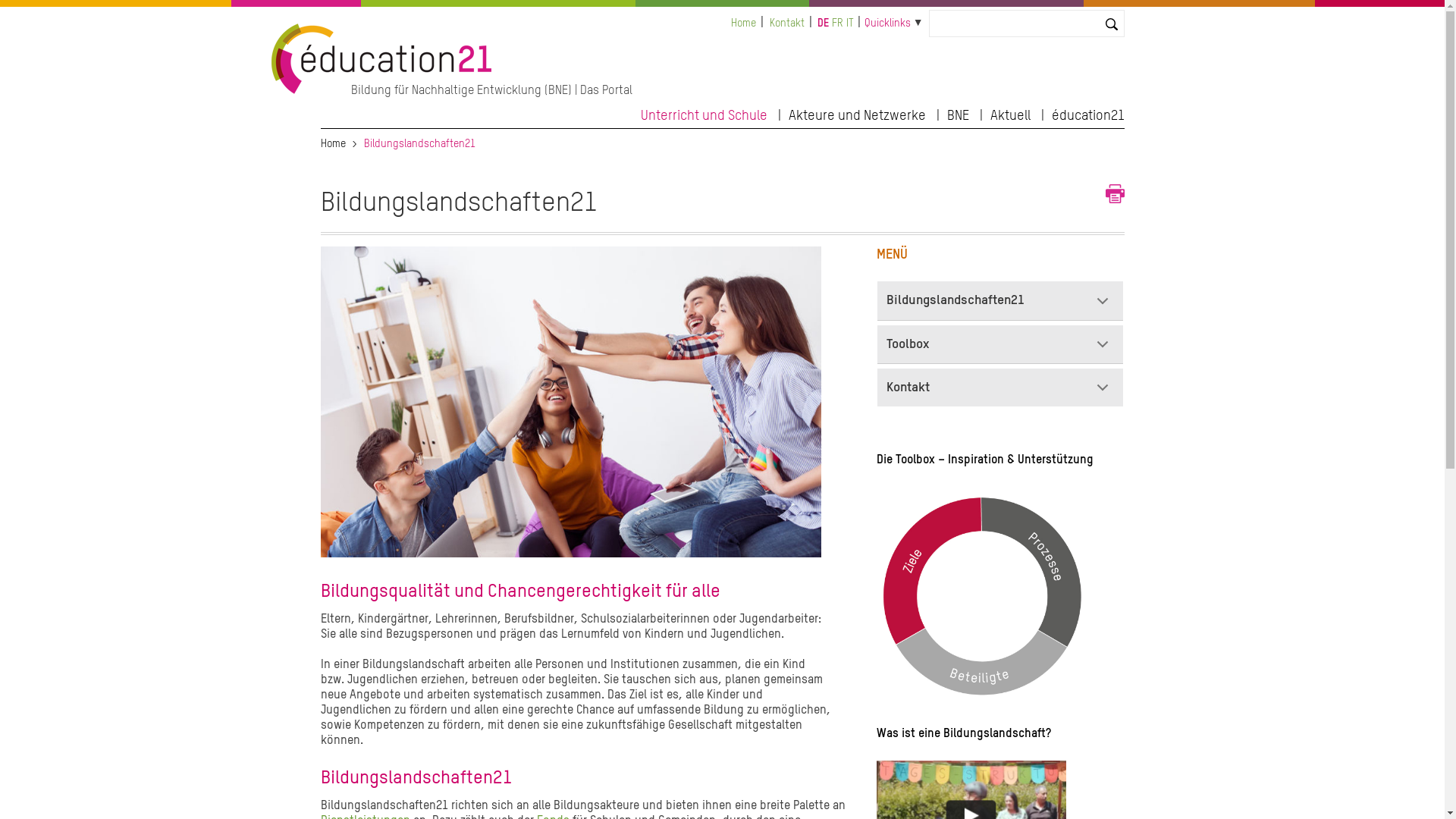 Image resolution: width=1456 pixels, height=819 pixels. I want to click on 'DE', so click(822, 23).